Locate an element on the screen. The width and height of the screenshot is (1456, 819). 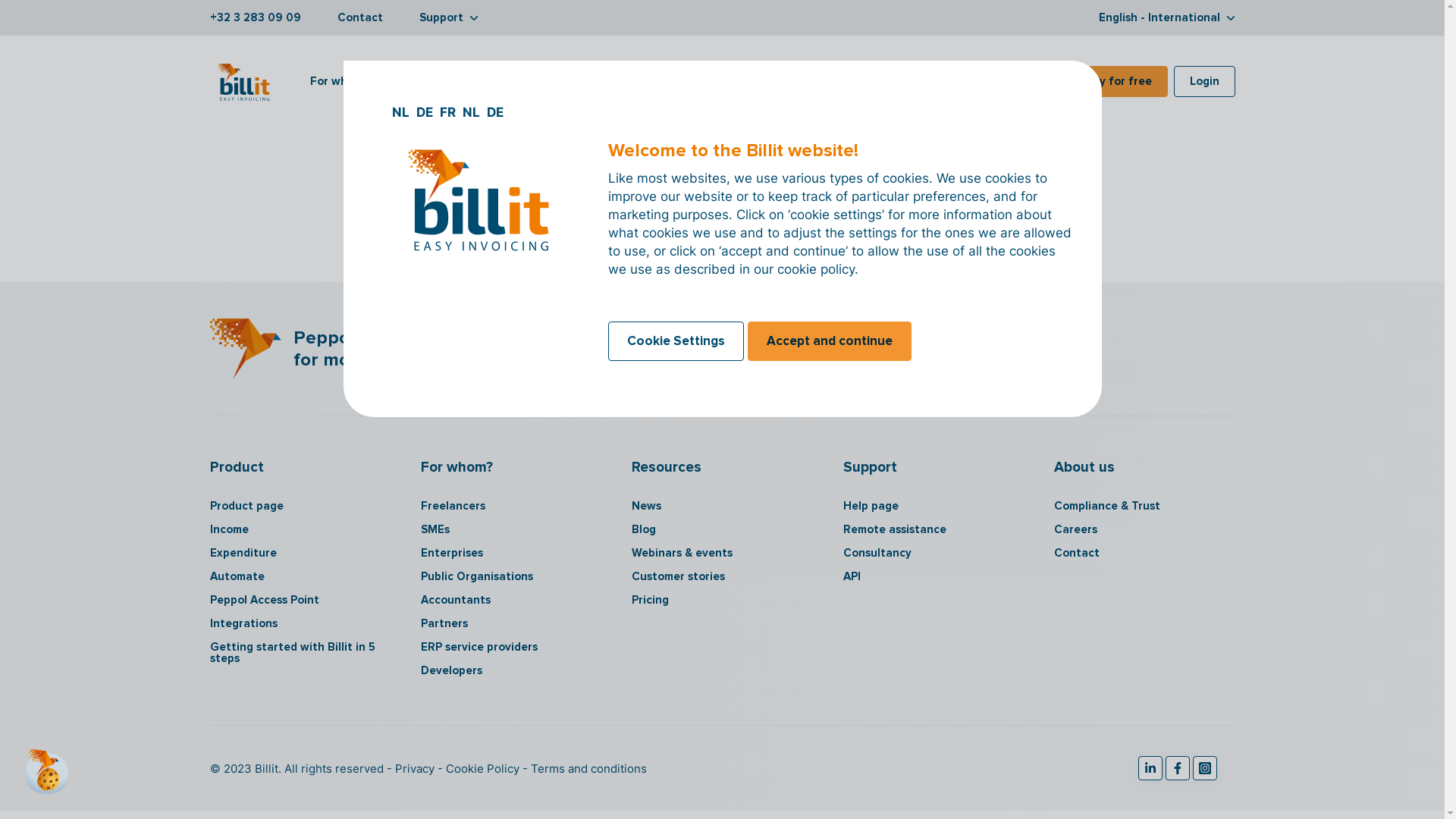
'Webinars & events' is located at coordinates (720, 553).